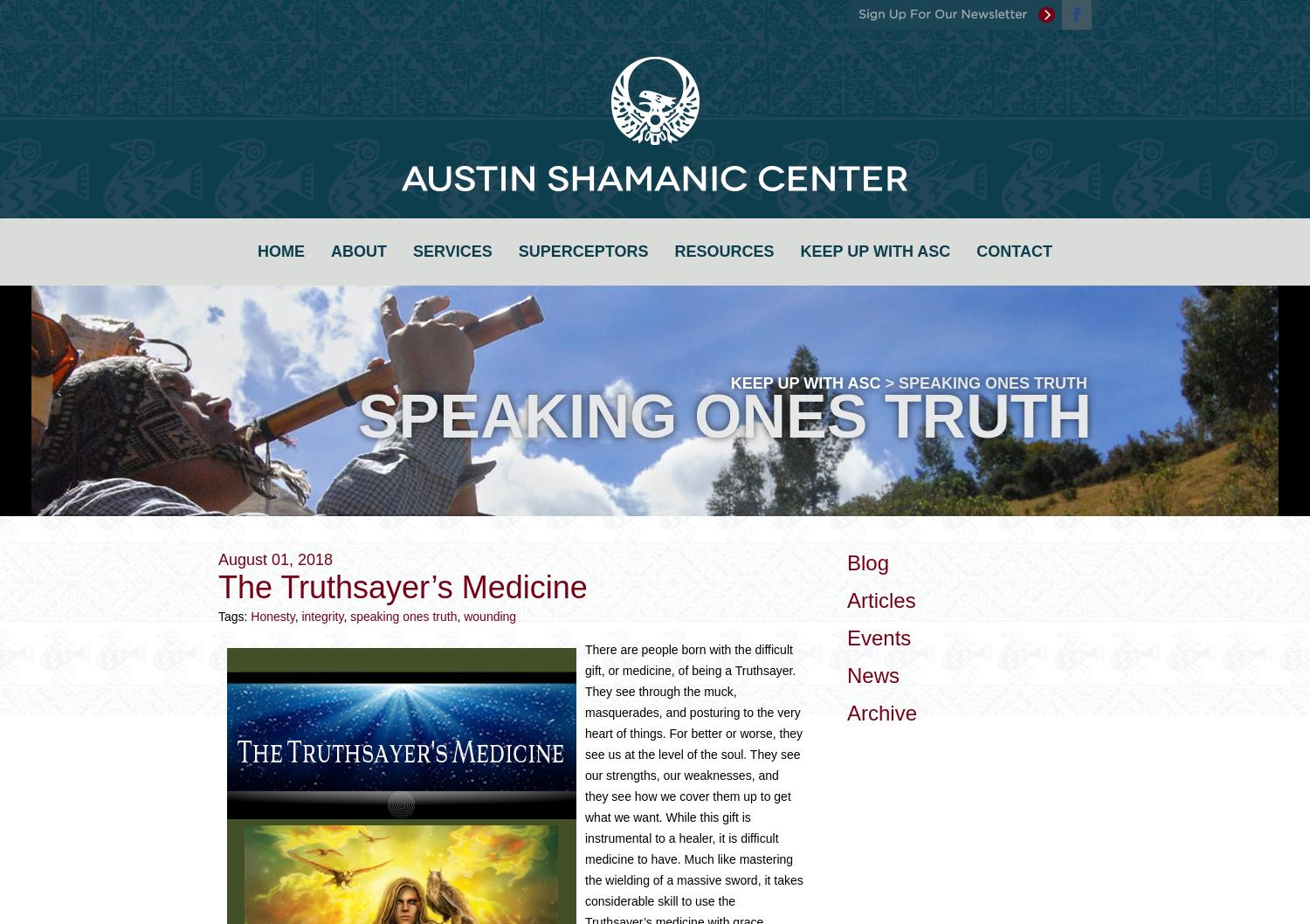 This screenshot has width=1310, height=924. I want to click on 'August 01, 2018', so click(274, 559).